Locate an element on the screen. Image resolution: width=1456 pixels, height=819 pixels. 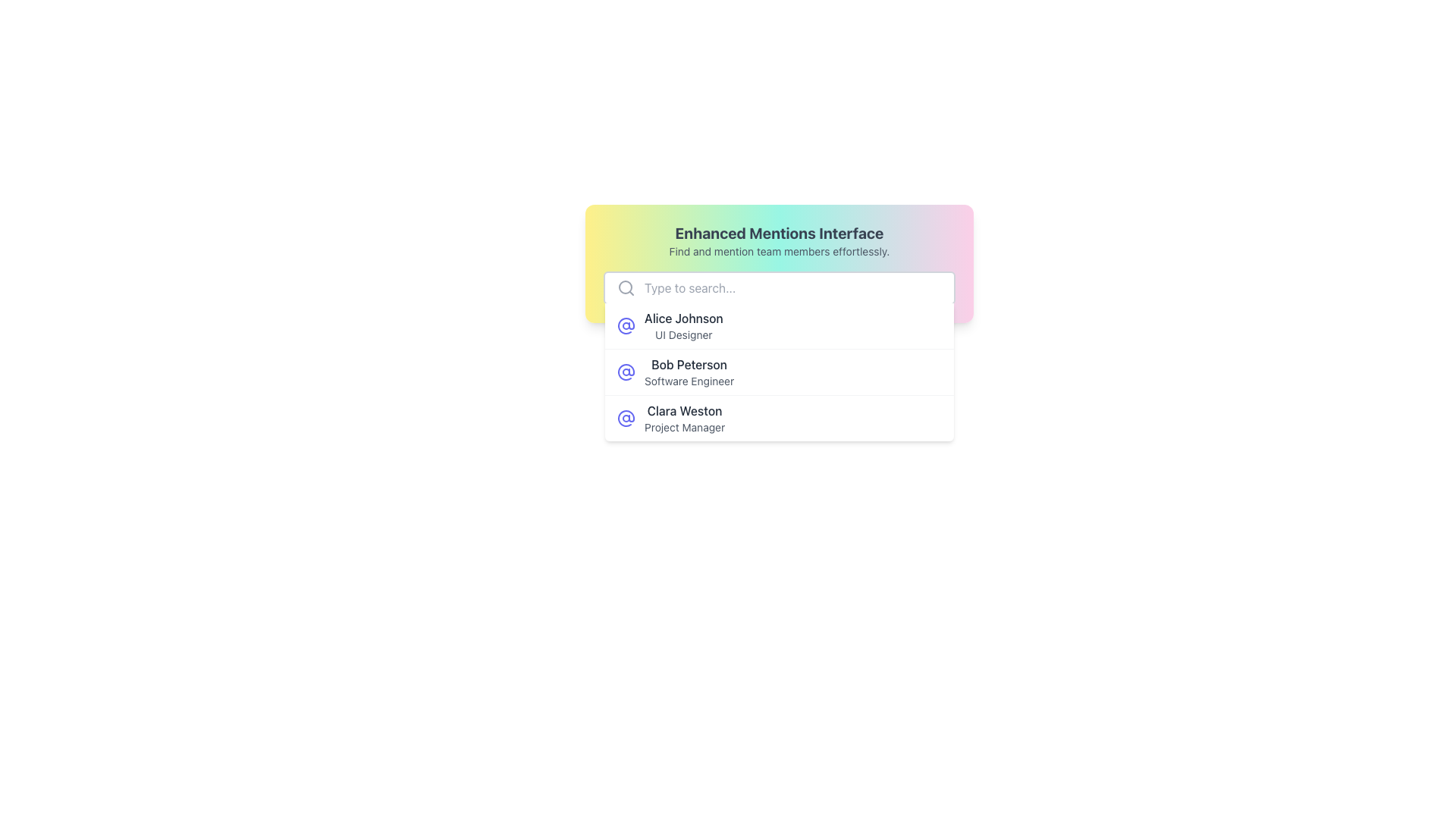
the text label displaying the name 'Bob Peterson' is located at coordinates (689, 365).